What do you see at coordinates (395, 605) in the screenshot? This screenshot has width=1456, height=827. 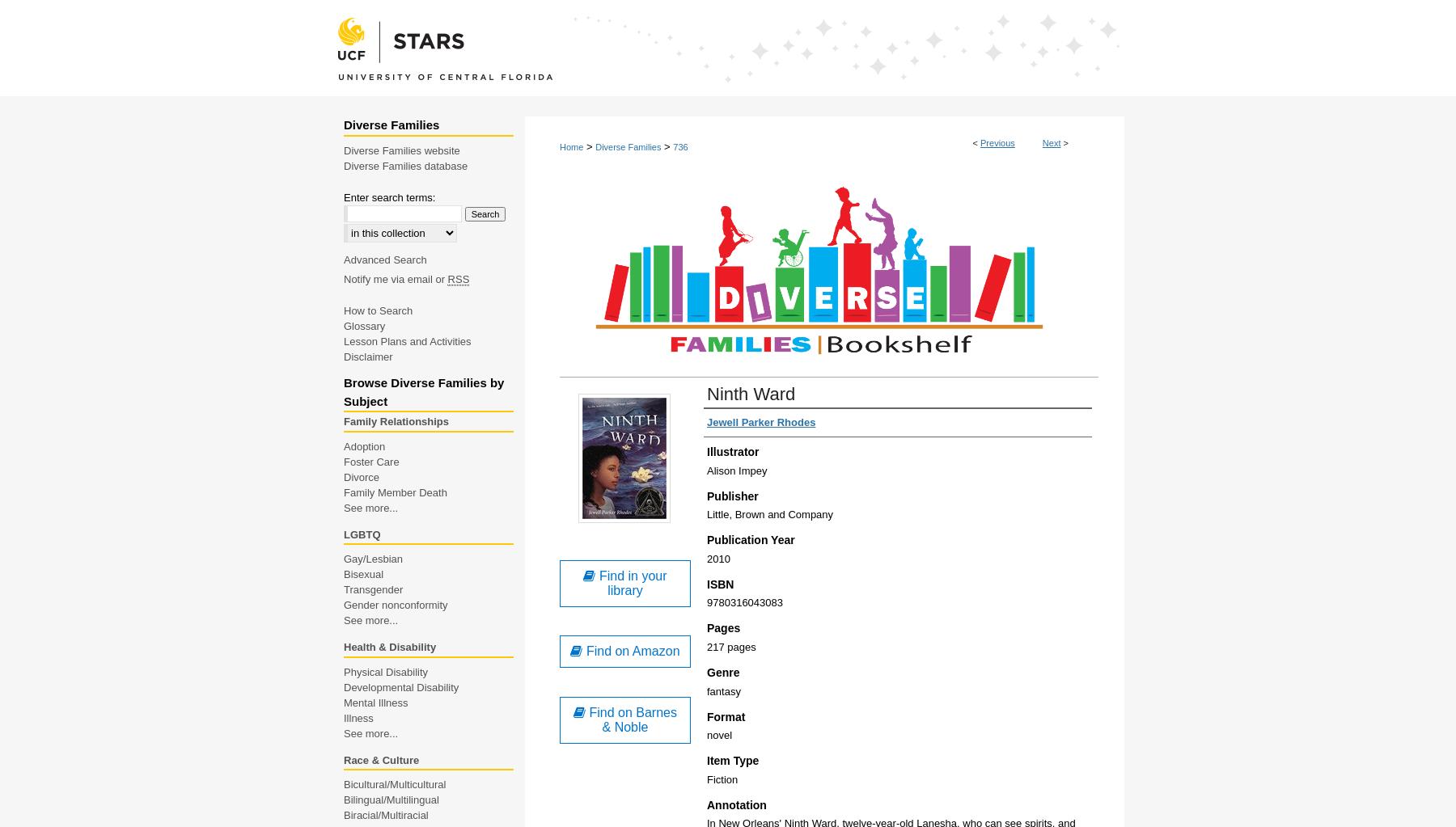 I see `'Gender nonconformity'` at bounding box center [395, 605].